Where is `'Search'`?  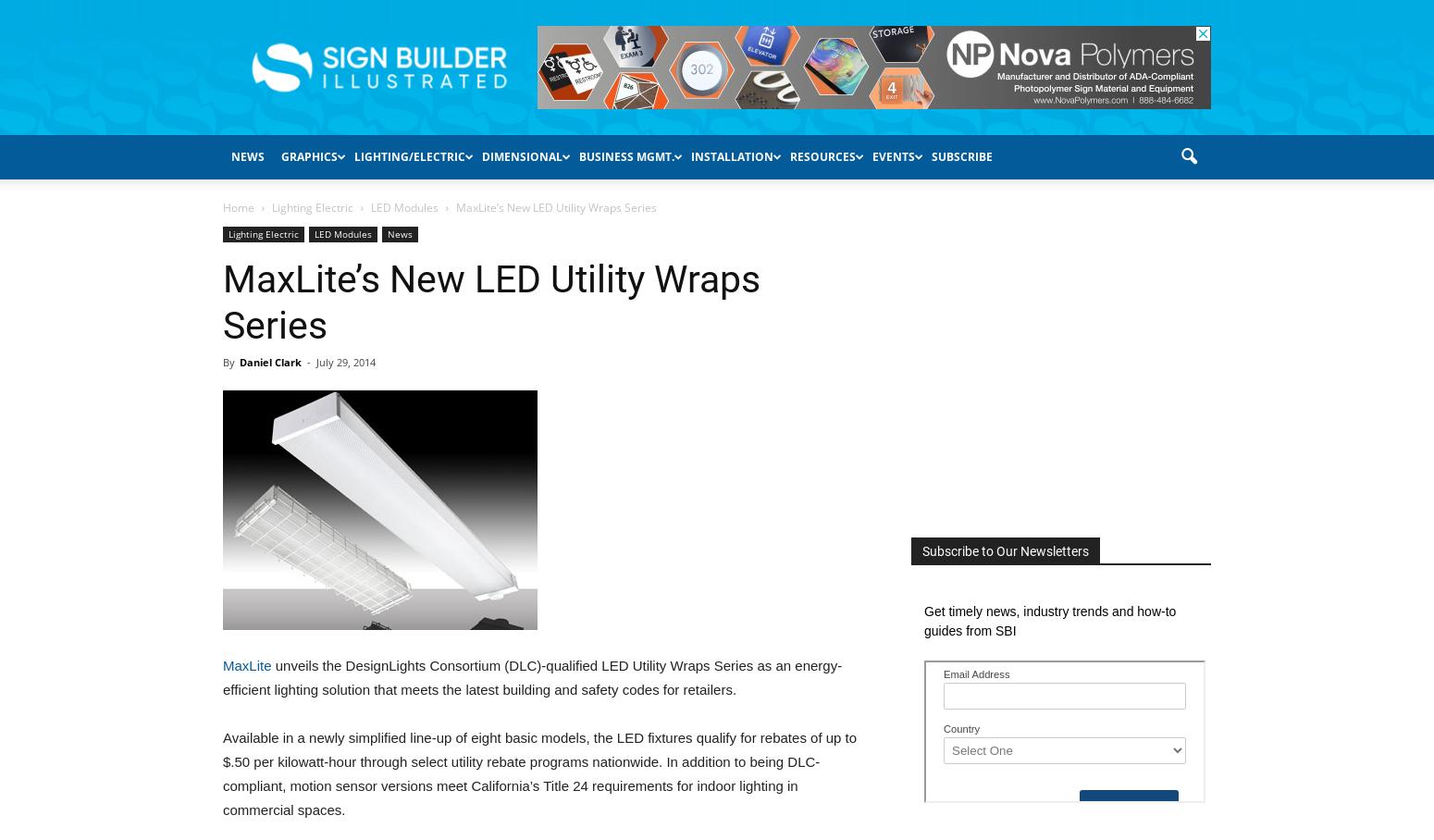
'Search' is located at coordinates (716, 73).